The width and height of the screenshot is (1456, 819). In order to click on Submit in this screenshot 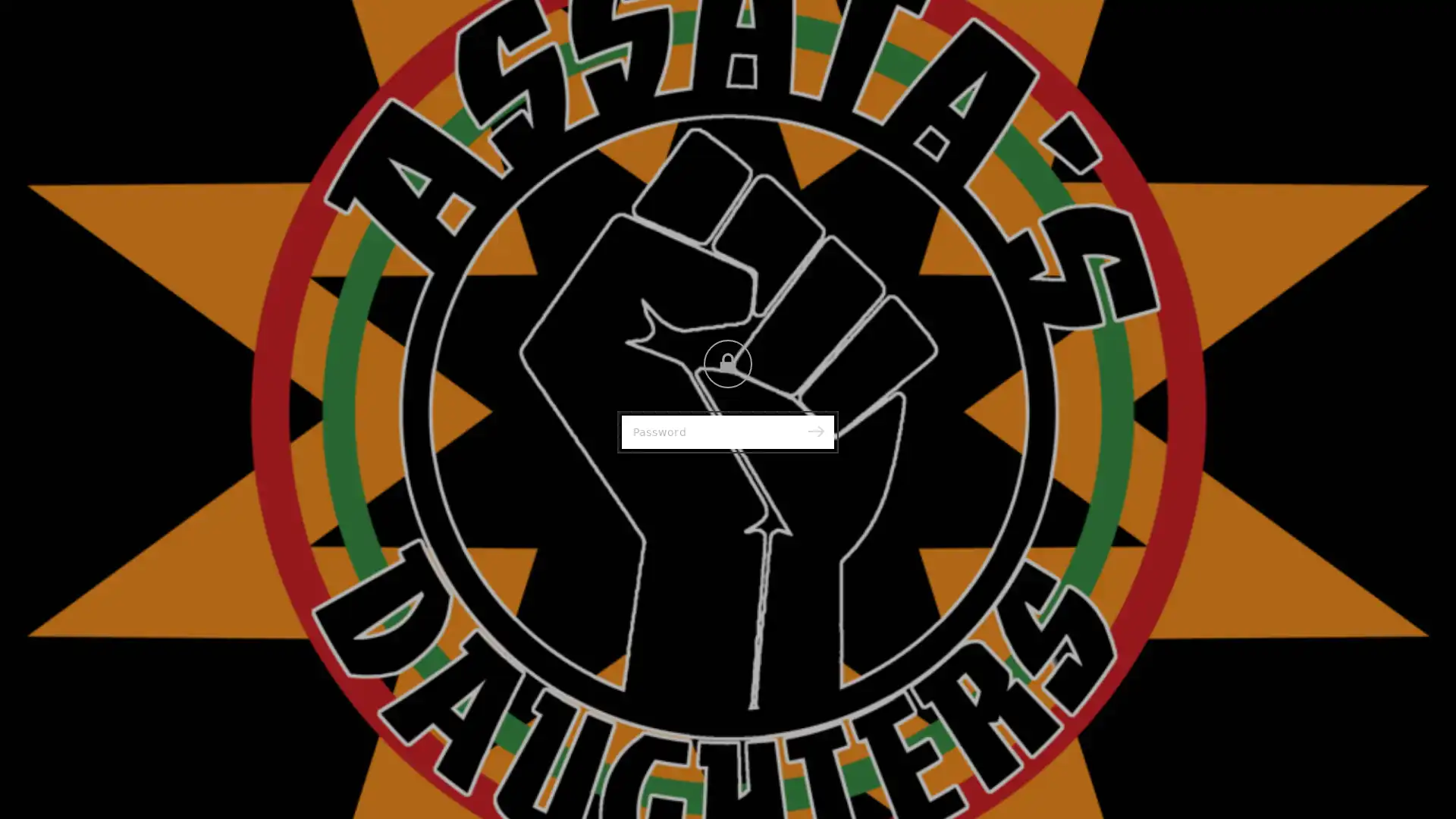, I will do `click(814, 432)`.